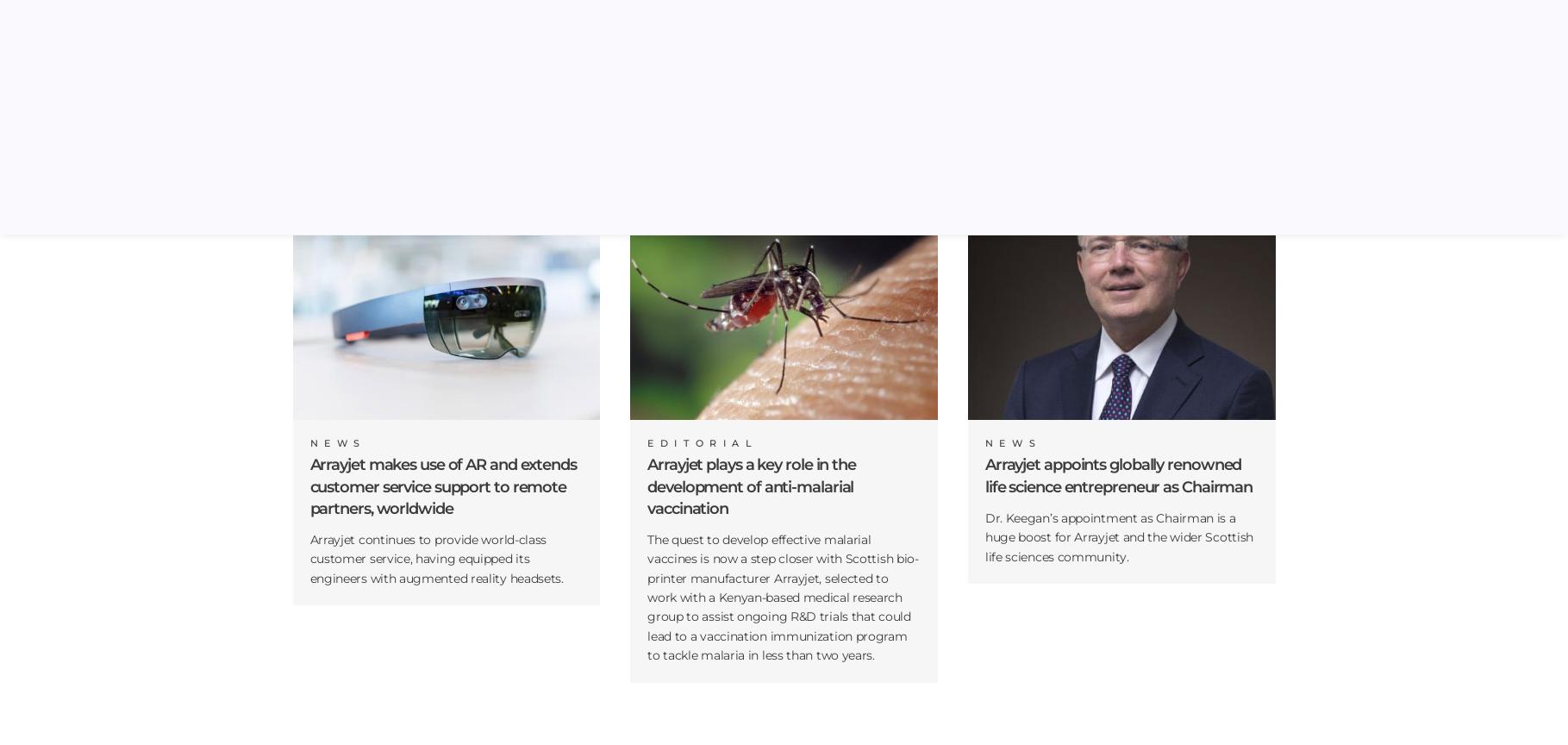  I want to click on 'Arrayjet makes use of AR and extends customer service support to remote partners, worldwide', so click(442, 485).